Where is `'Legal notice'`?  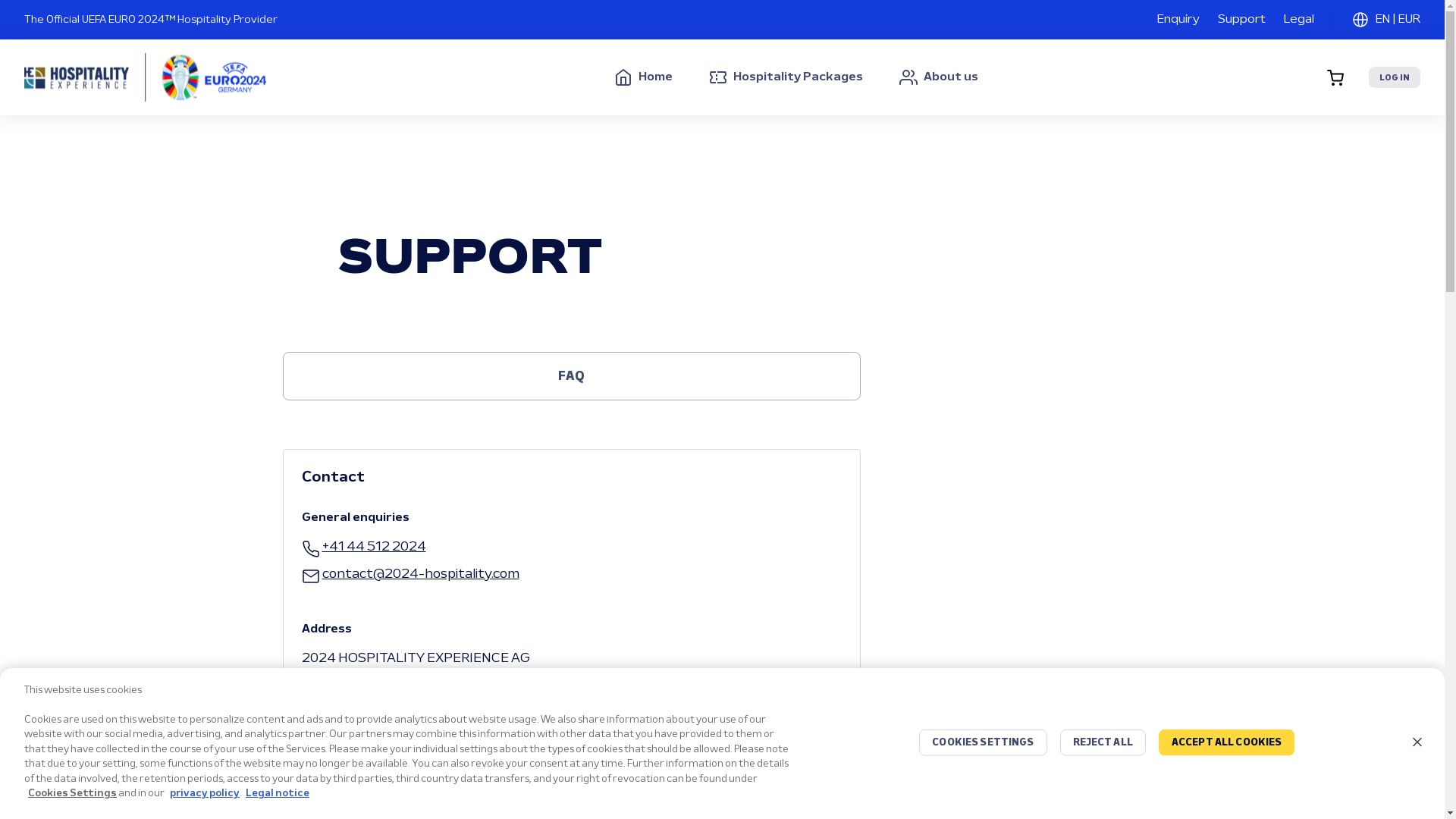 'Legal notice' is located at coordinates (246, 792).